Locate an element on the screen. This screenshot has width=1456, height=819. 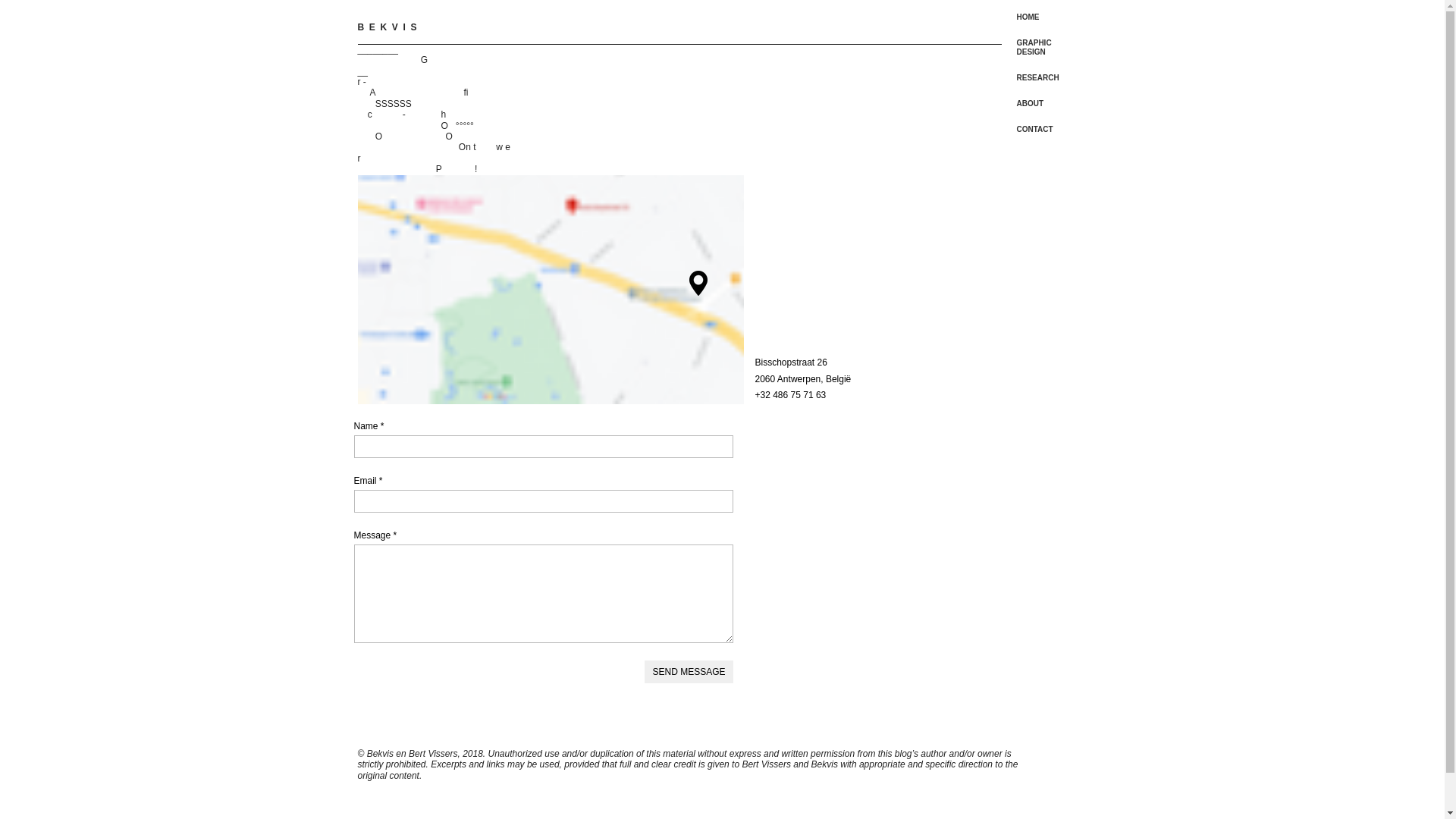
'RESEARCH' is located at coordinates (1037, 78).